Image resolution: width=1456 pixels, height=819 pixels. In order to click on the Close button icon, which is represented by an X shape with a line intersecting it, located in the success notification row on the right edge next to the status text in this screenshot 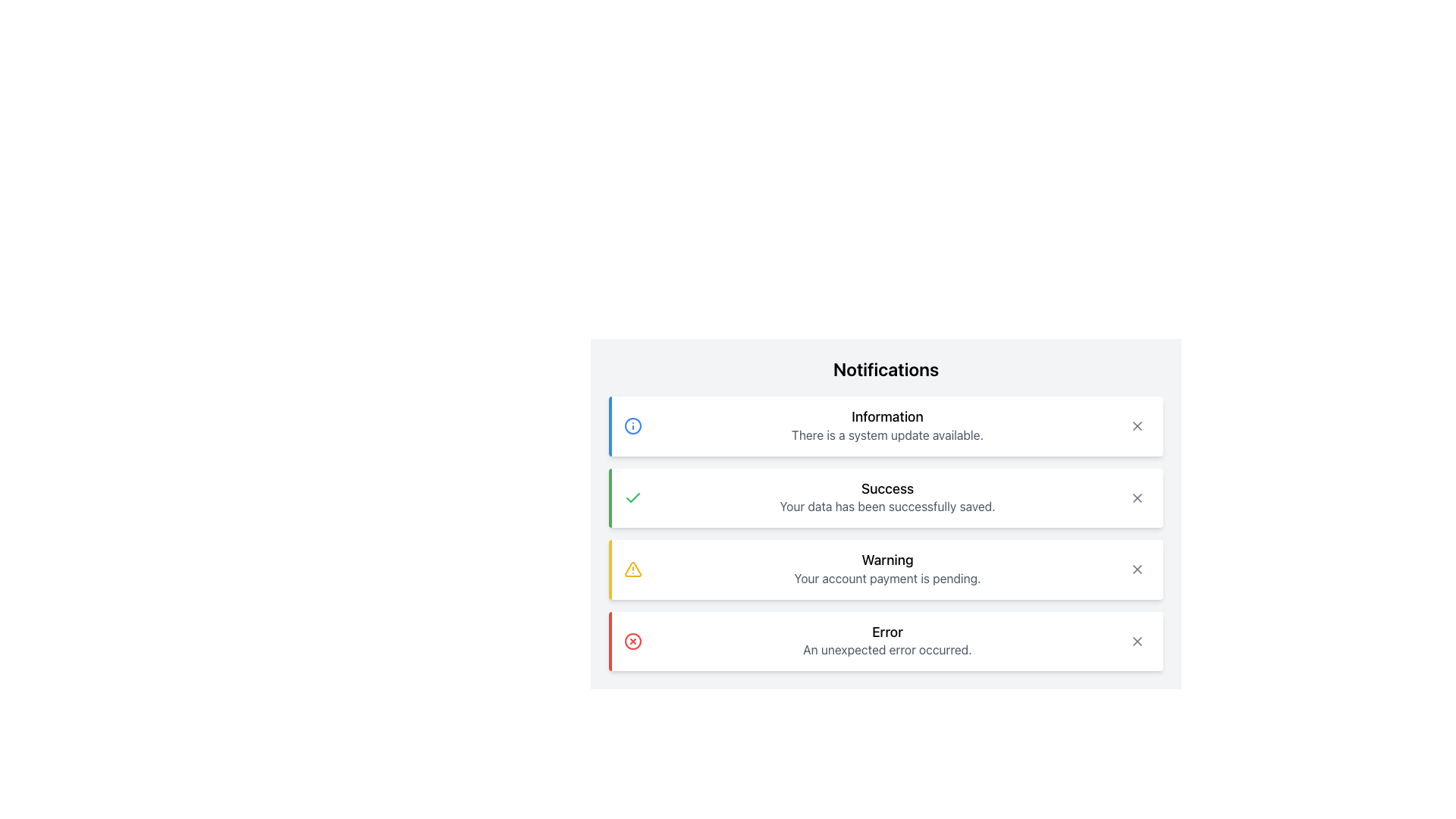, I will do `click(1137, 497)`.